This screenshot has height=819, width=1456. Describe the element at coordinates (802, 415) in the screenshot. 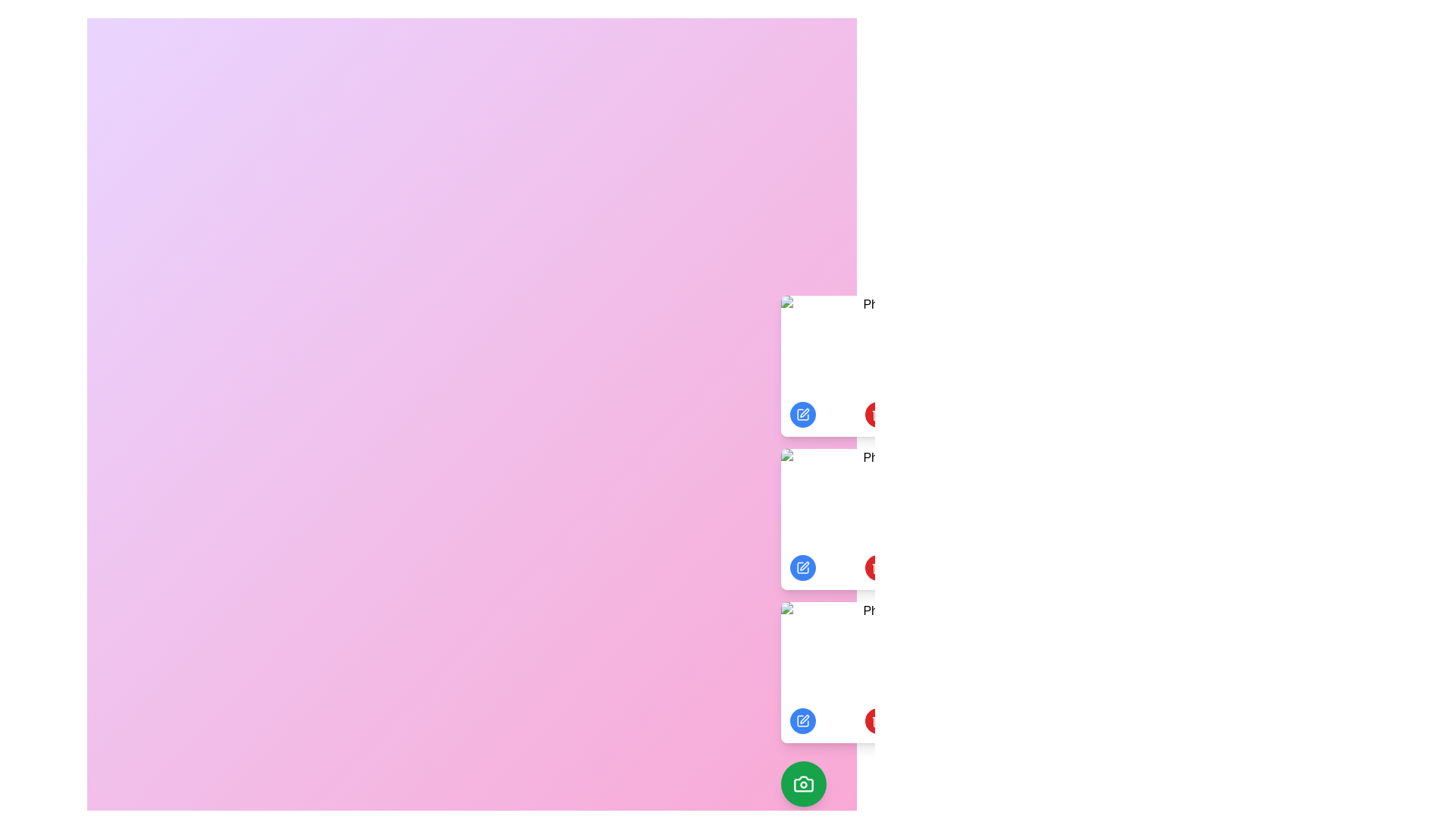

I see `the blue edit button under the first photo` at that location.